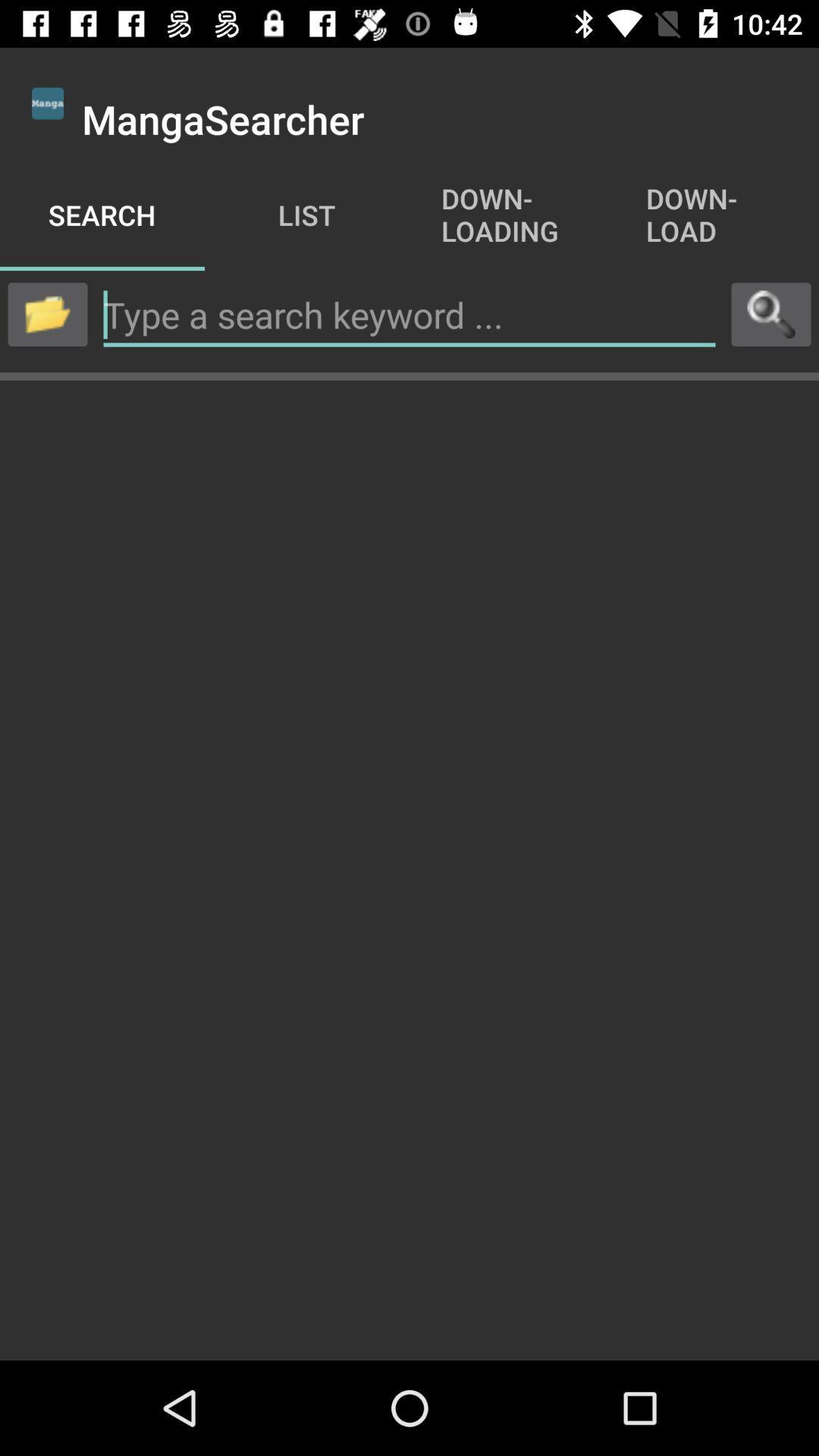  Describe the element at coordinates (771, 313) in the screenshot. I see `the search icon` at that location.